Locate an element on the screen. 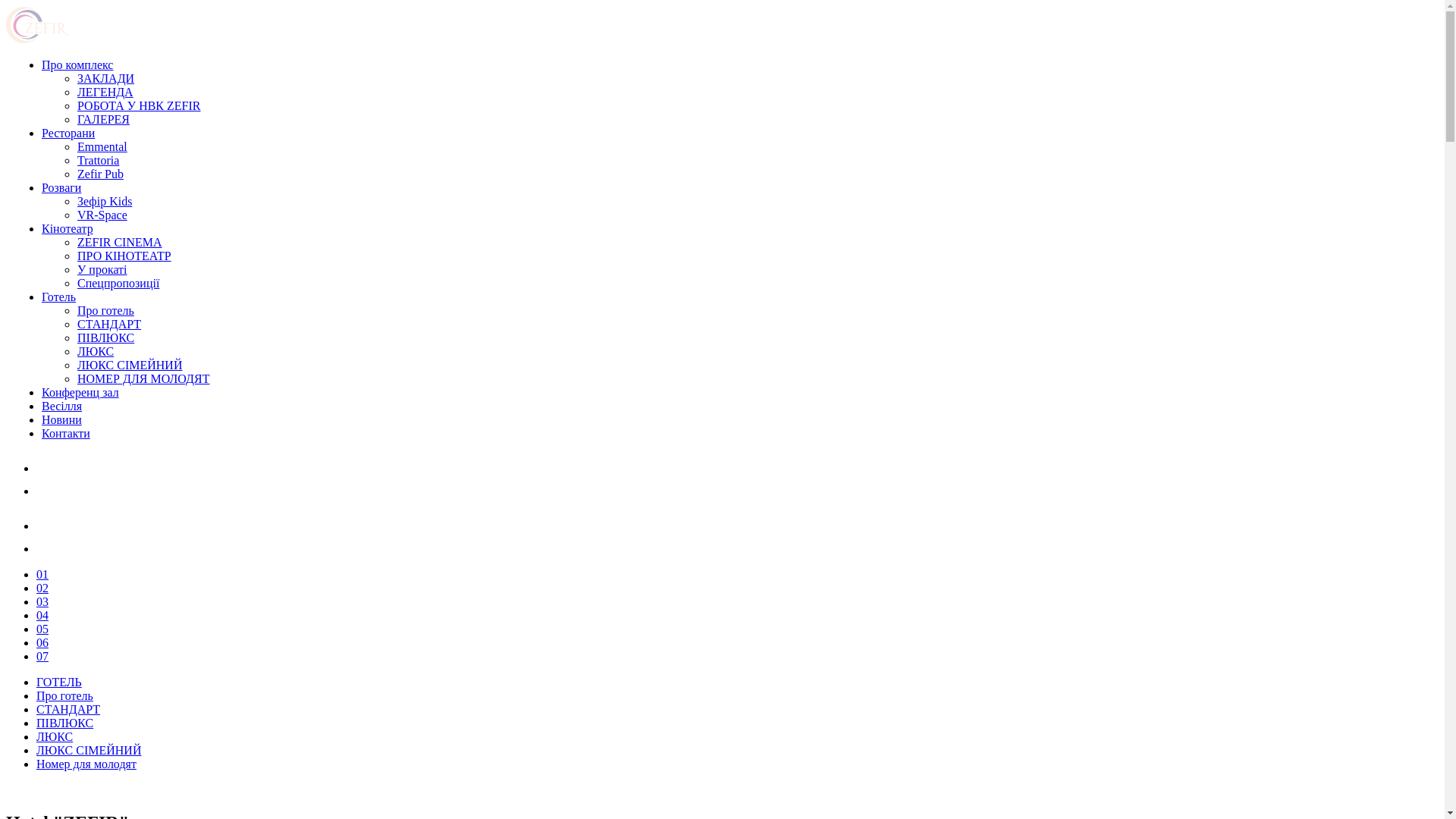 This screenshot has height=819, width=1456. '05' is located at coordinates (36, 629).